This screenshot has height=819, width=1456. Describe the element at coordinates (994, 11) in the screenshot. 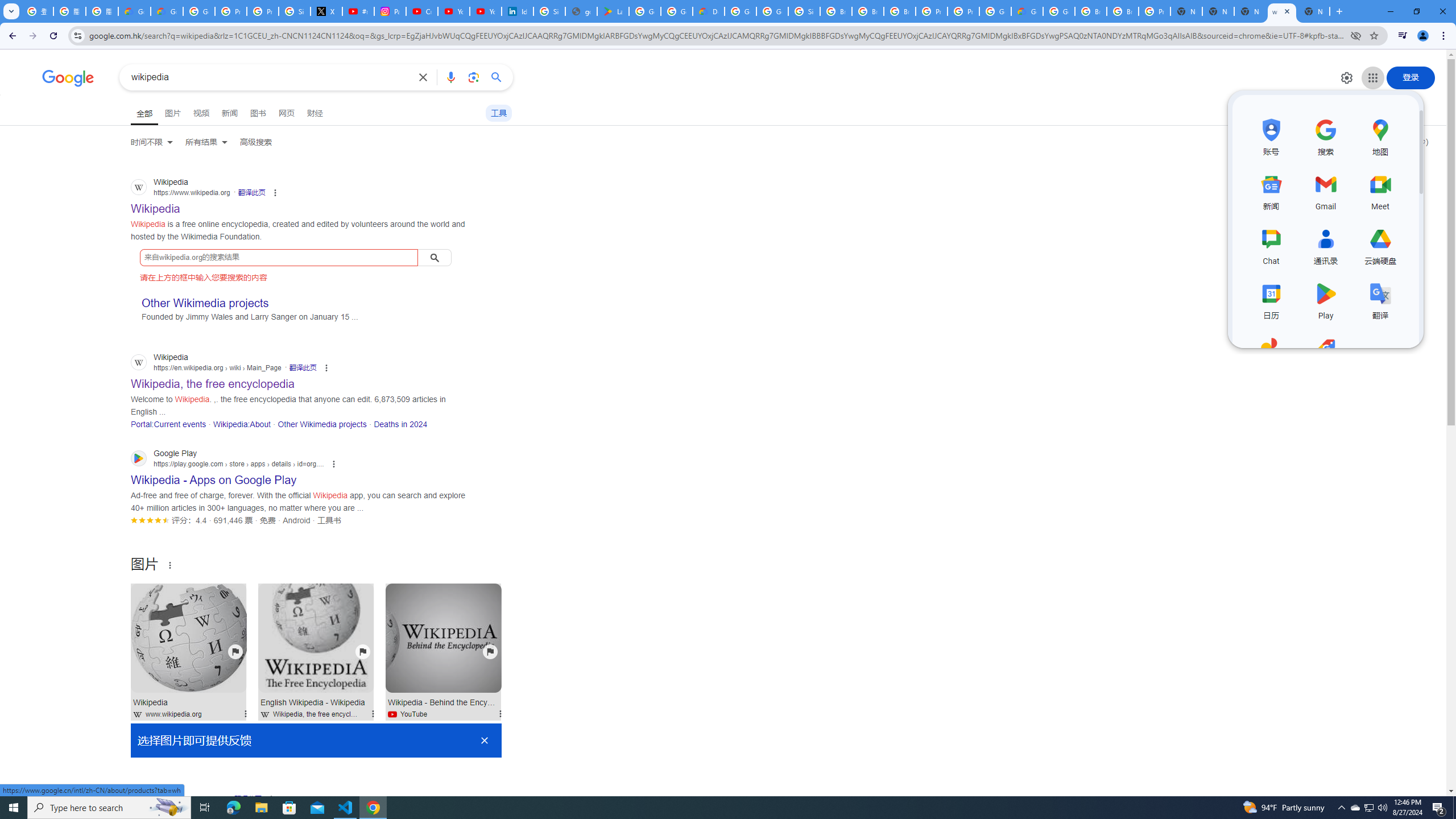

I see `'Google Cloud Platform'` at that location.